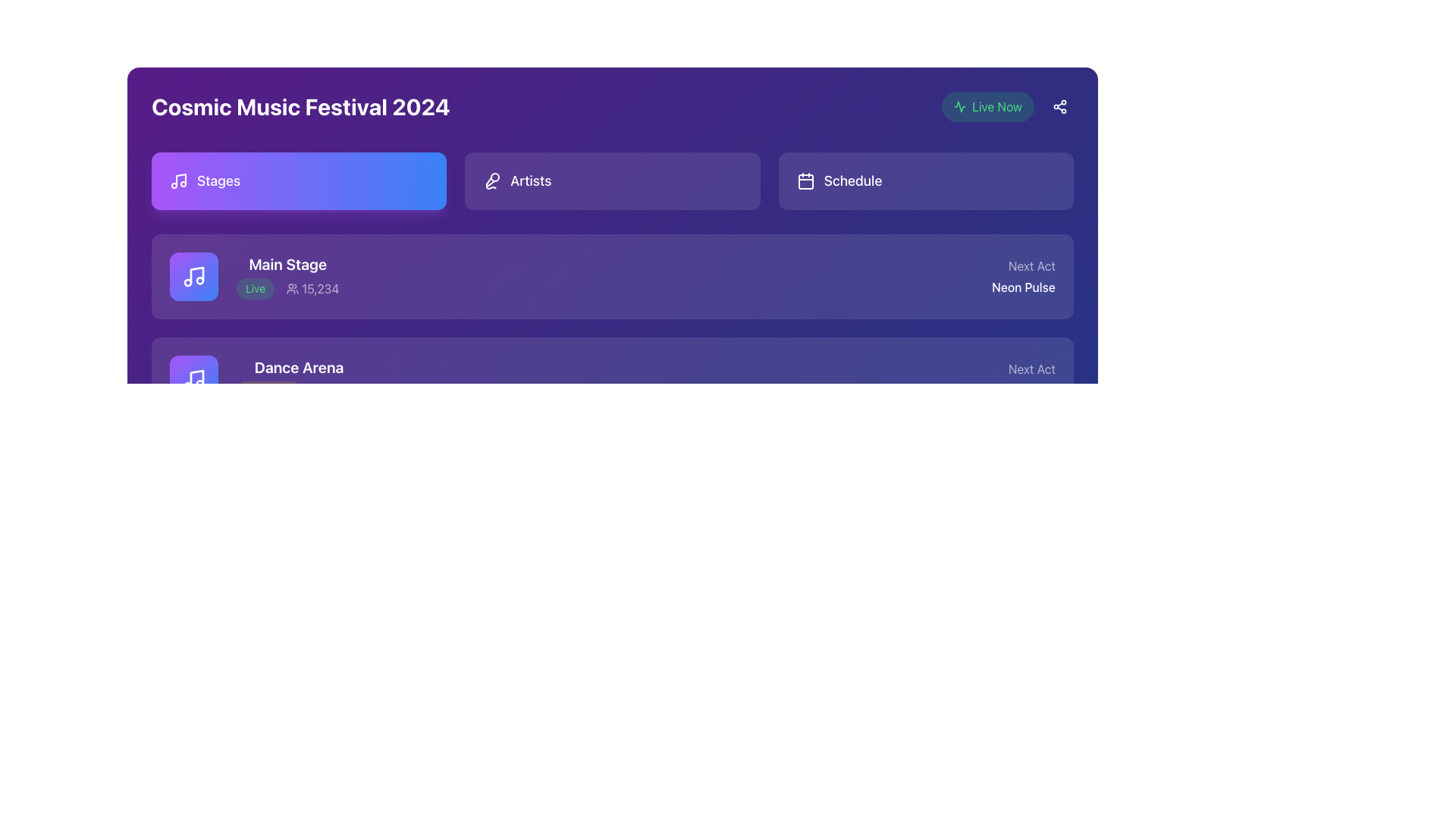 The width and height of the screenshot is (1456, 819). What do you see at coordinates (312, 289) in the screenshot?
I see `the text label indicating the number of attendees for the 'Main Stage' event, which is positioned to the right of a green 'Live' badge and below the 'Main Stage' title` at bounding box center [312, 289].